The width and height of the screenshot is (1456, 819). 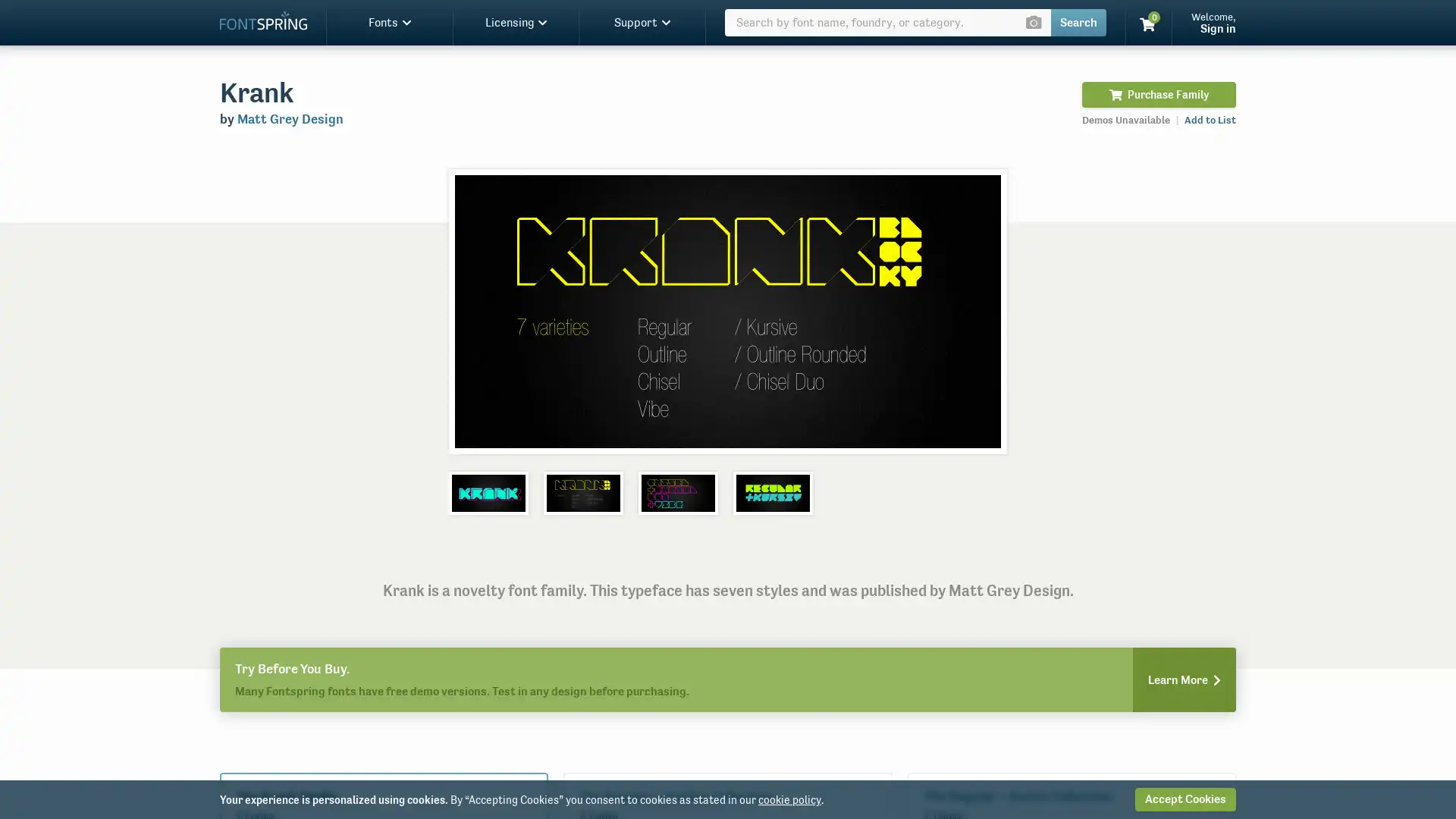 I want to click on Add to List, so click(x=1210, y=119).